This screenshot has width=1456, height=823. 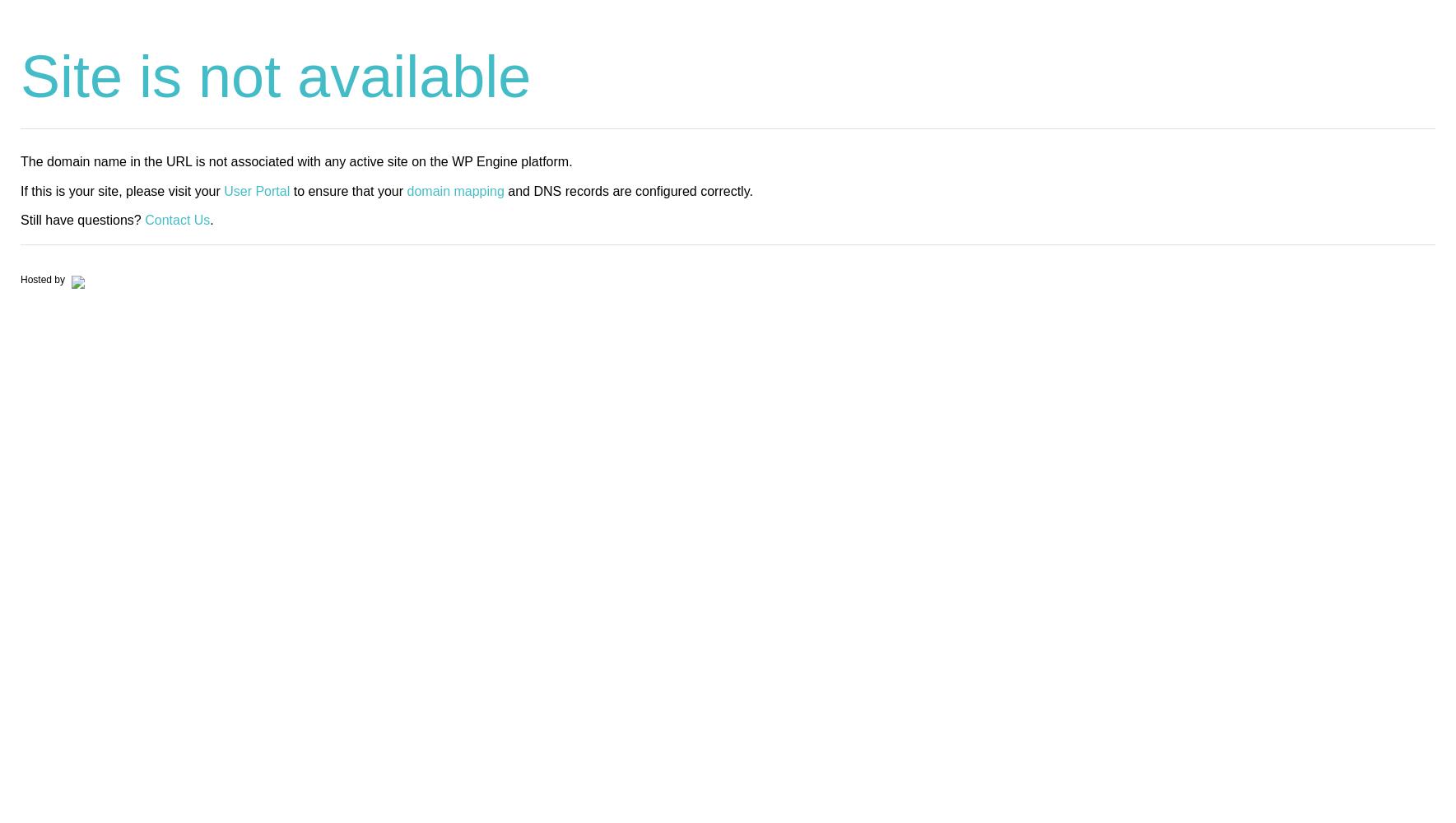 I want to click on 'Hosted by', so click(x=43, y=278).